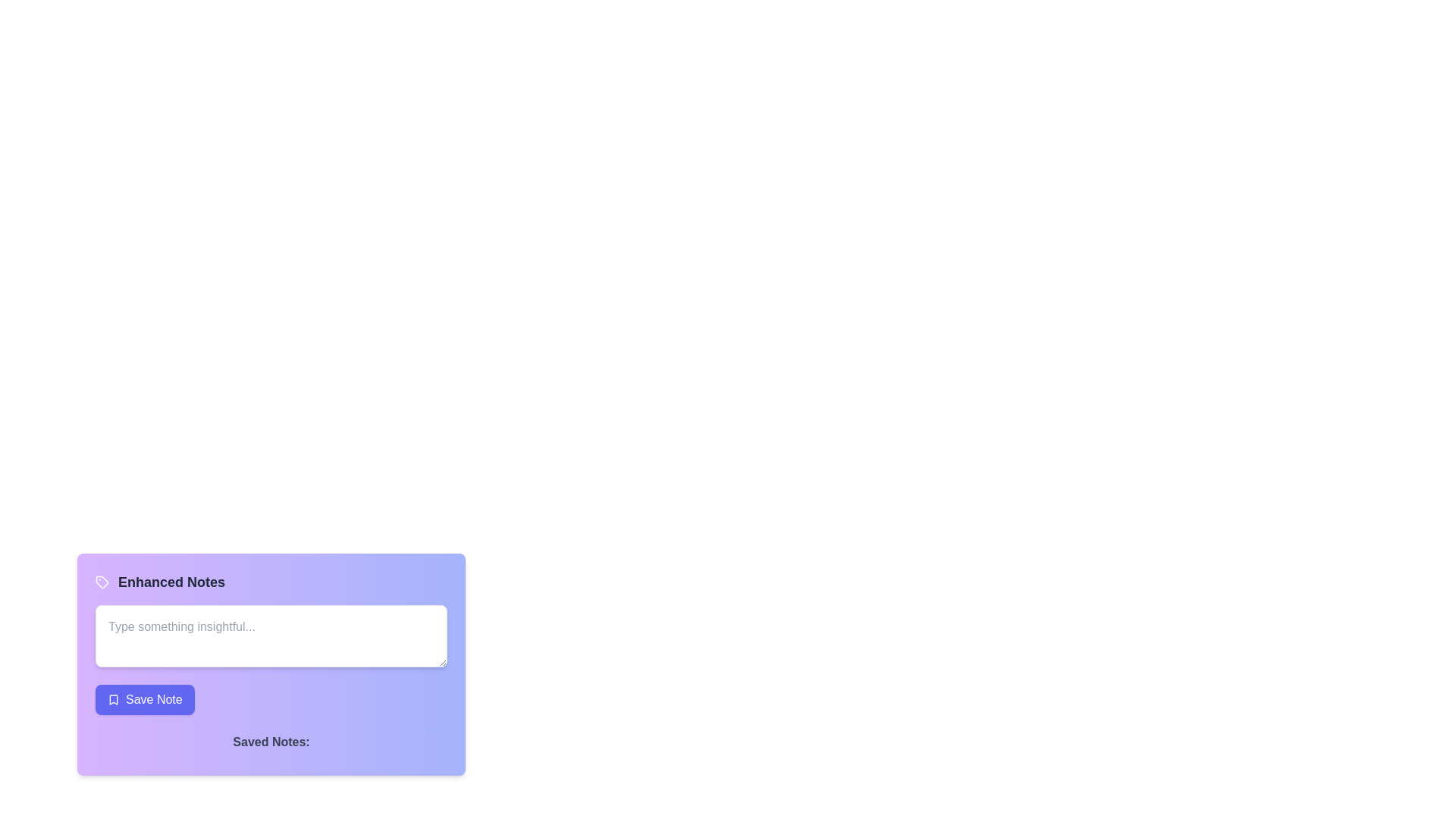 The image size is (1456, 819). What do you see at coordinates (101, 581) in the screenshot?
I see `the informational icon located in the header section of the 'Enhanced Notes' interface, positioned next to the title text` at bounding box center [101, 581].